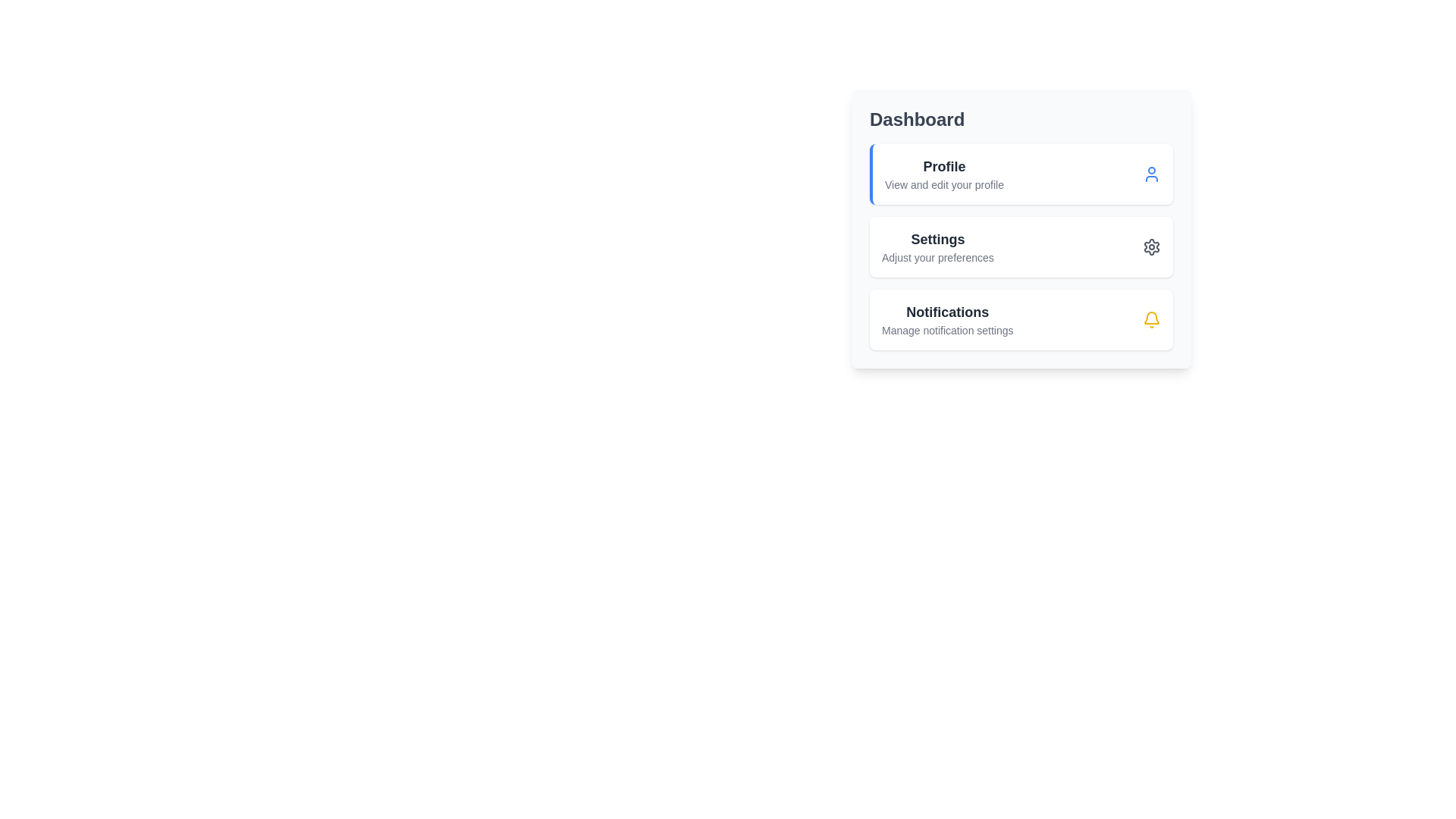 Image resolution: width=1456 pixels, height=819 pixels. Describe the element at coordinates (1151, 174) in the screenshot. I see `the user icon styled in blue located at the far right of the 'Profile' section in the dashboard interface` at that location.